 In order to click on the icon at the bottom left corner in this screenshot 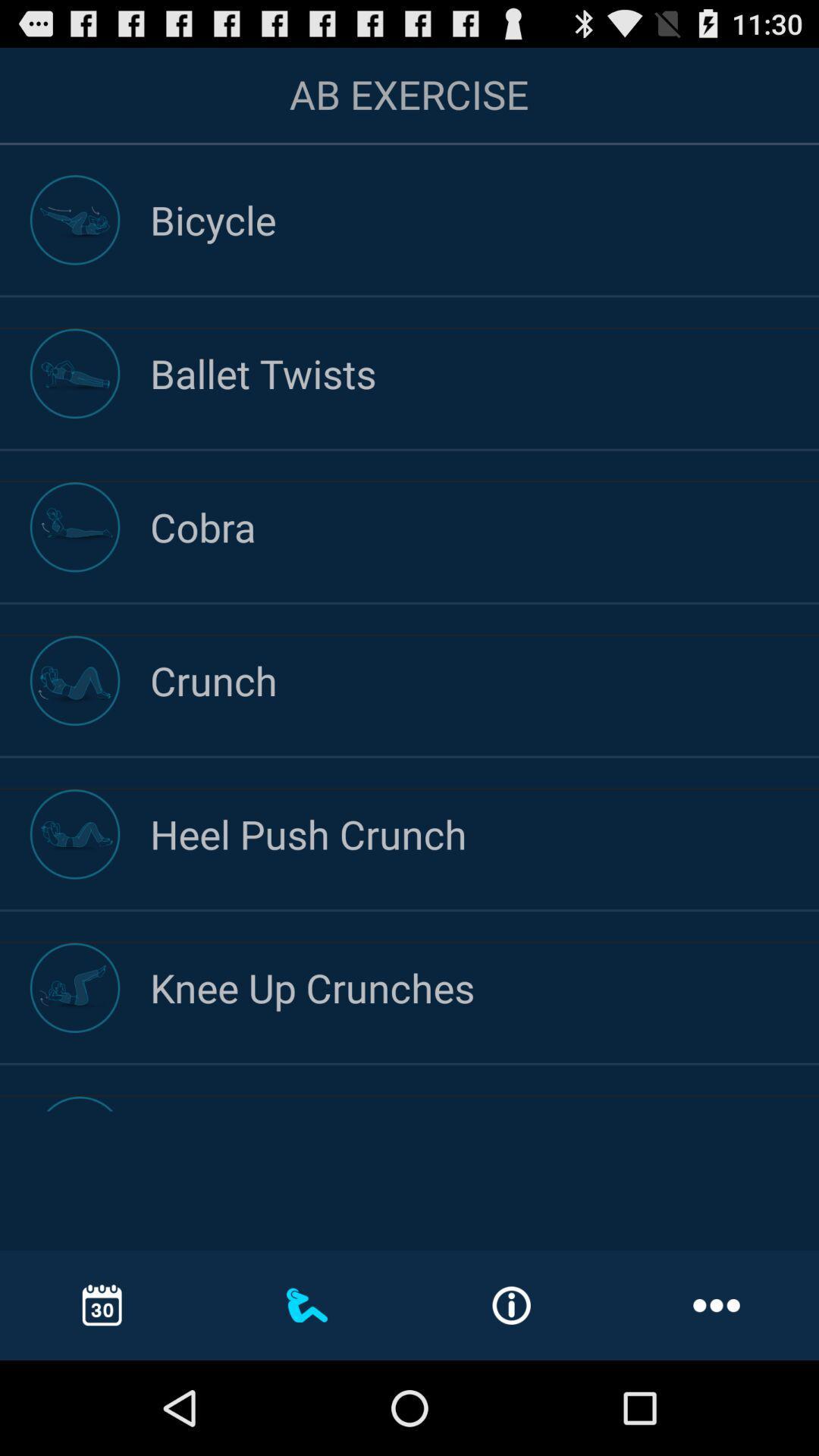, I will do `click(102, 1304)`.